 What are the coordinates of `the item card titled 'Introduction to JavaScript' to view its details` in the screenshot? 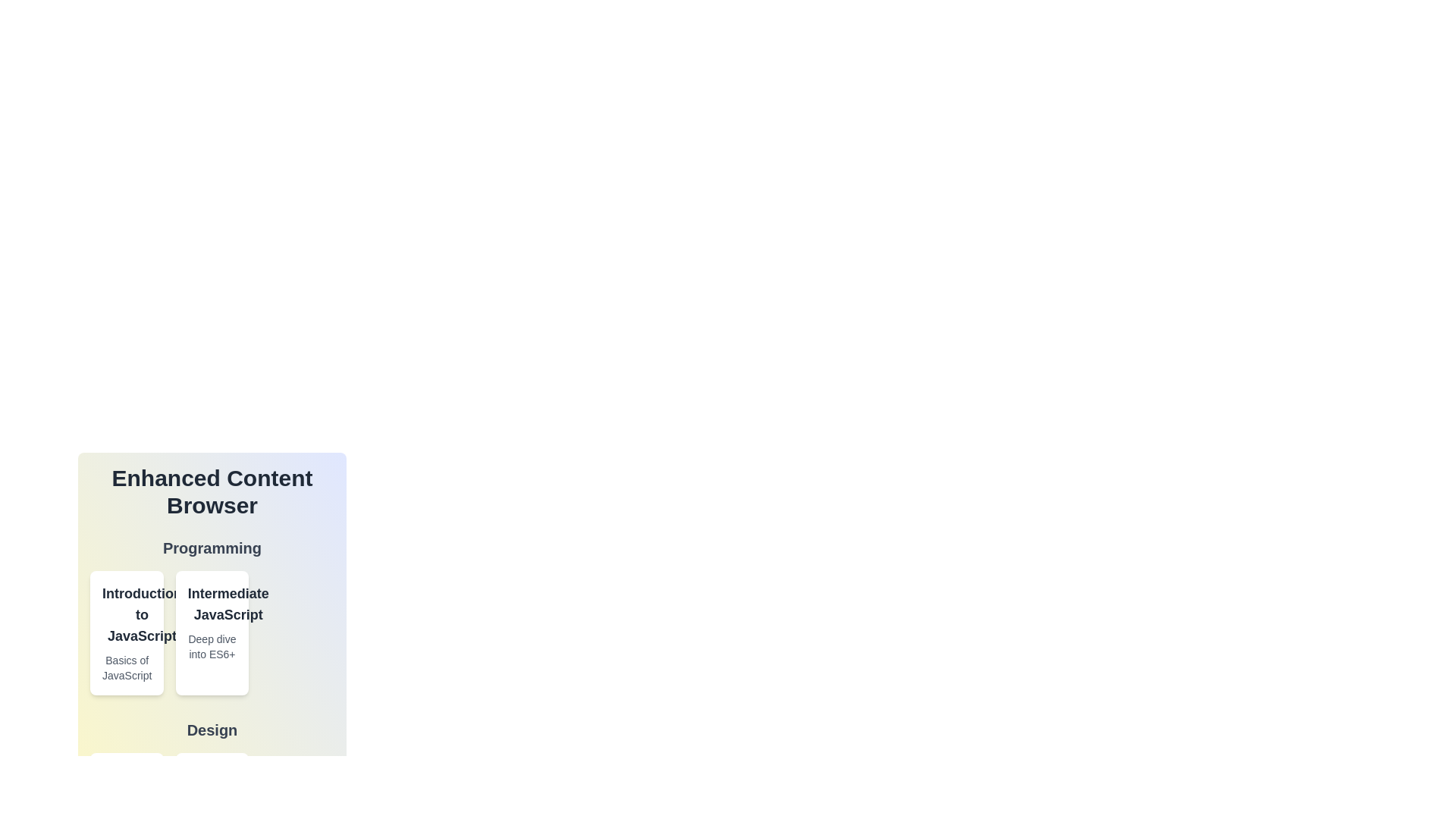 It's located at (142, 614).